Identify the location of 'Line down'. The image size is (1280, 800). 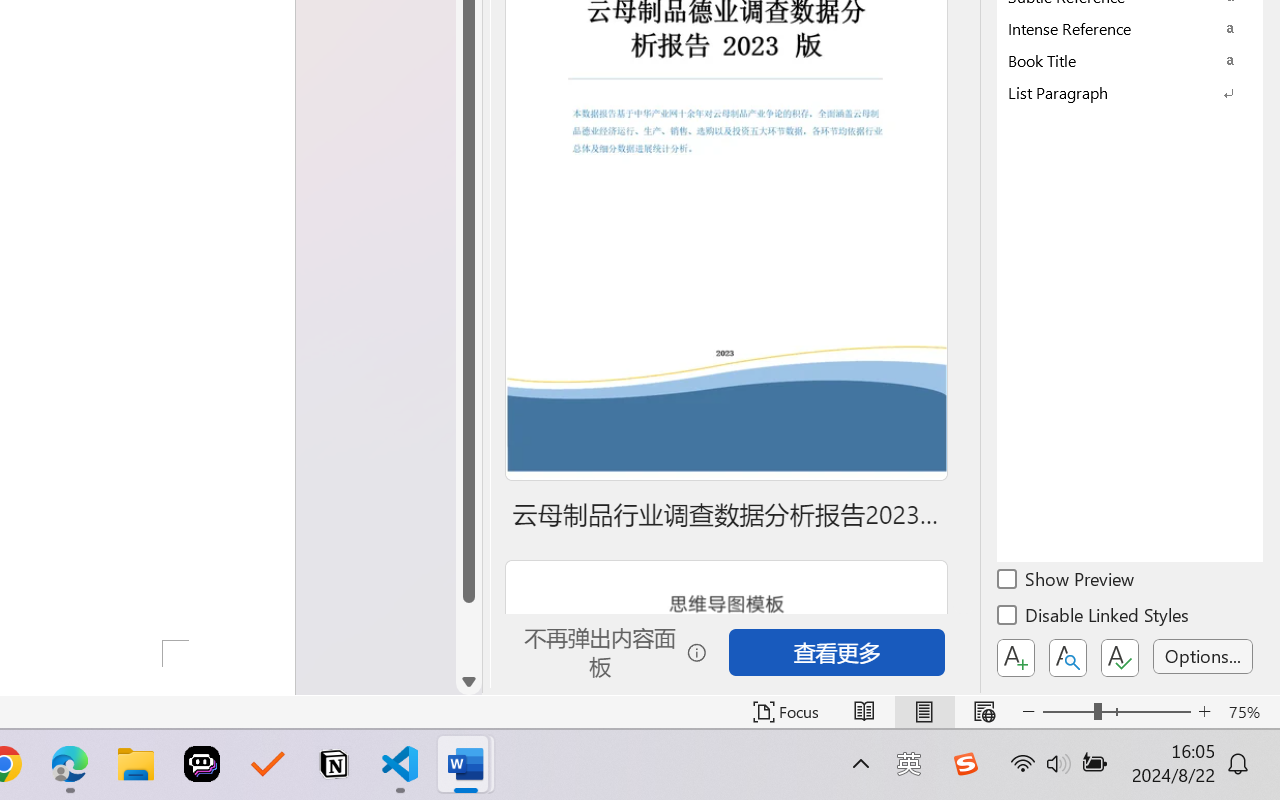
(468, 682).